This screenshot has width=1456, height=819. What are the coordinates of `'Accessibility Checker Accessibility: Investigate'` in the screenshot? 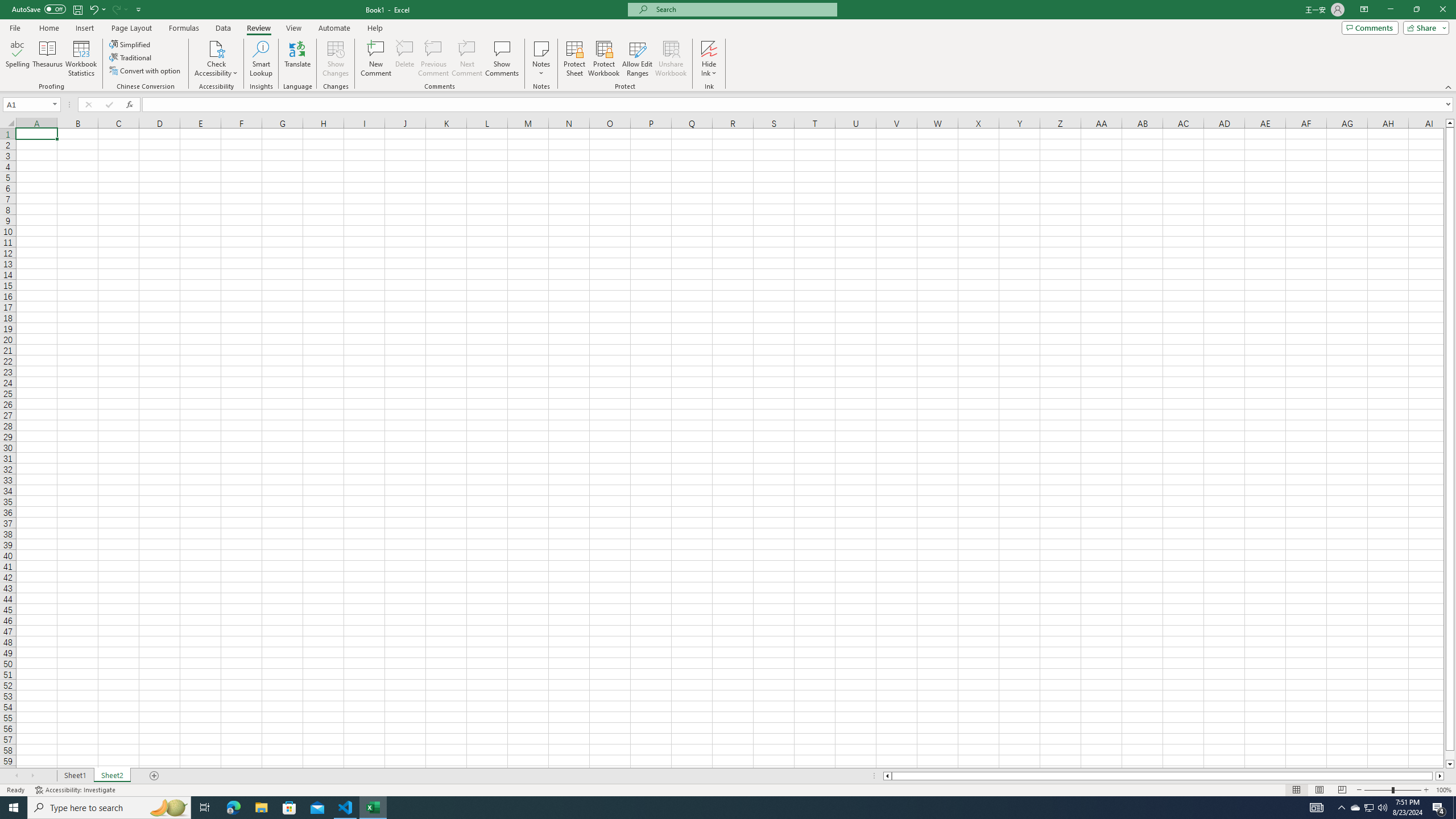 It's located at (76, 790).